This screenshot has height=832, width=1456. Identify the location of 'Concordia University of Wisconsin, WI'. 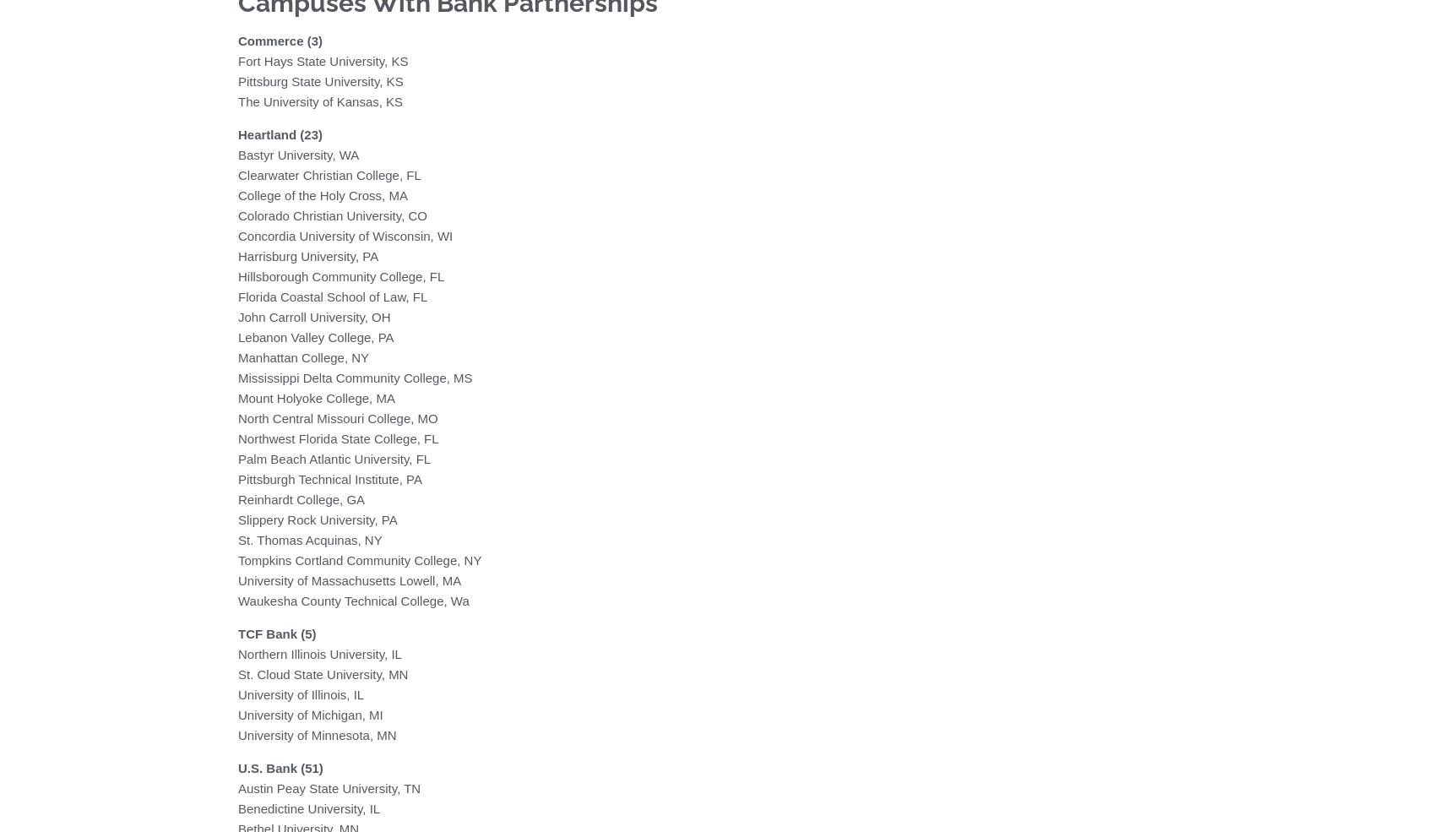
(344, 234).